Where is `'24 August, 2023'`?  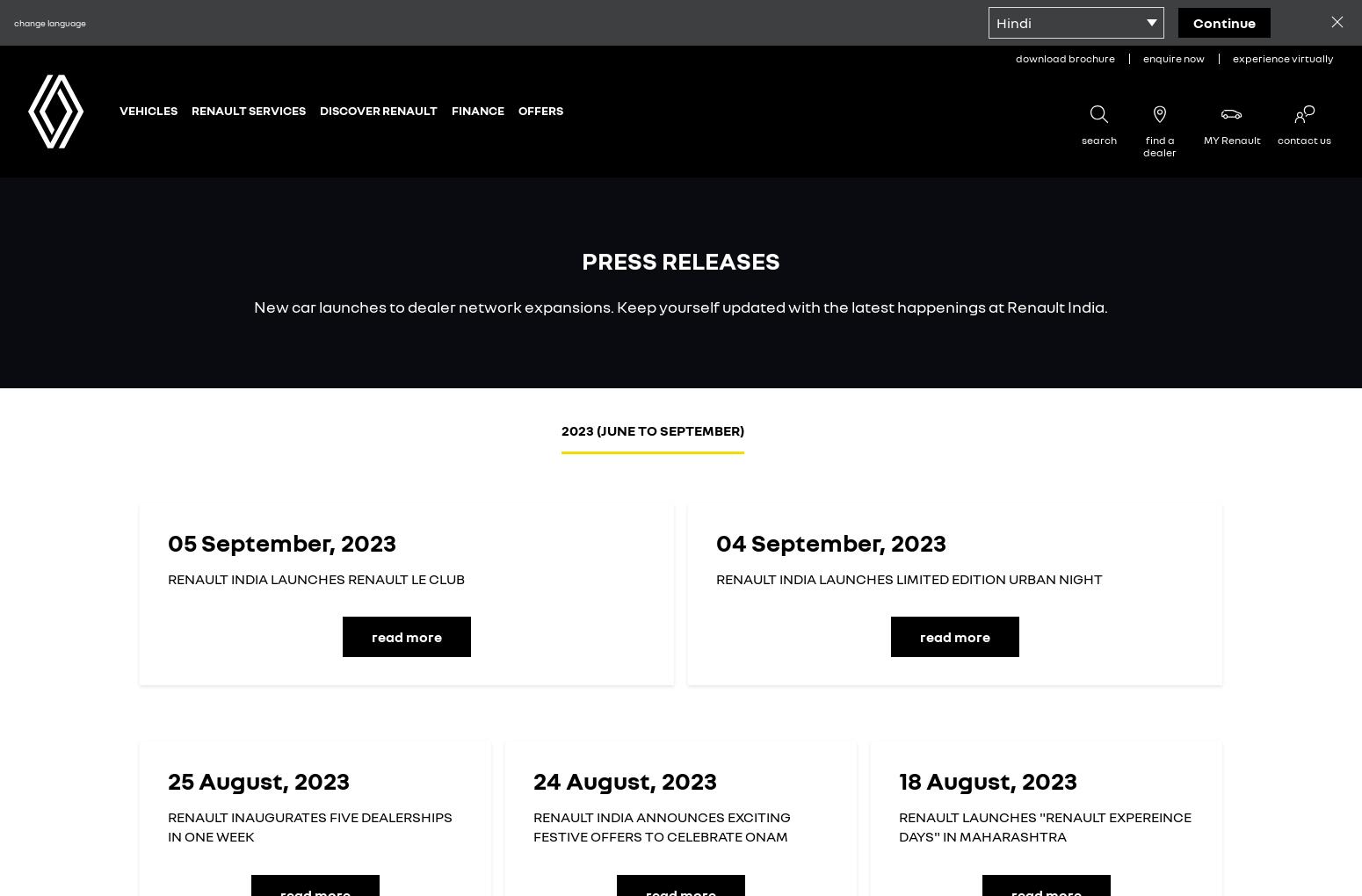 '24 August, 2023' is located at coordinates (625, 779).